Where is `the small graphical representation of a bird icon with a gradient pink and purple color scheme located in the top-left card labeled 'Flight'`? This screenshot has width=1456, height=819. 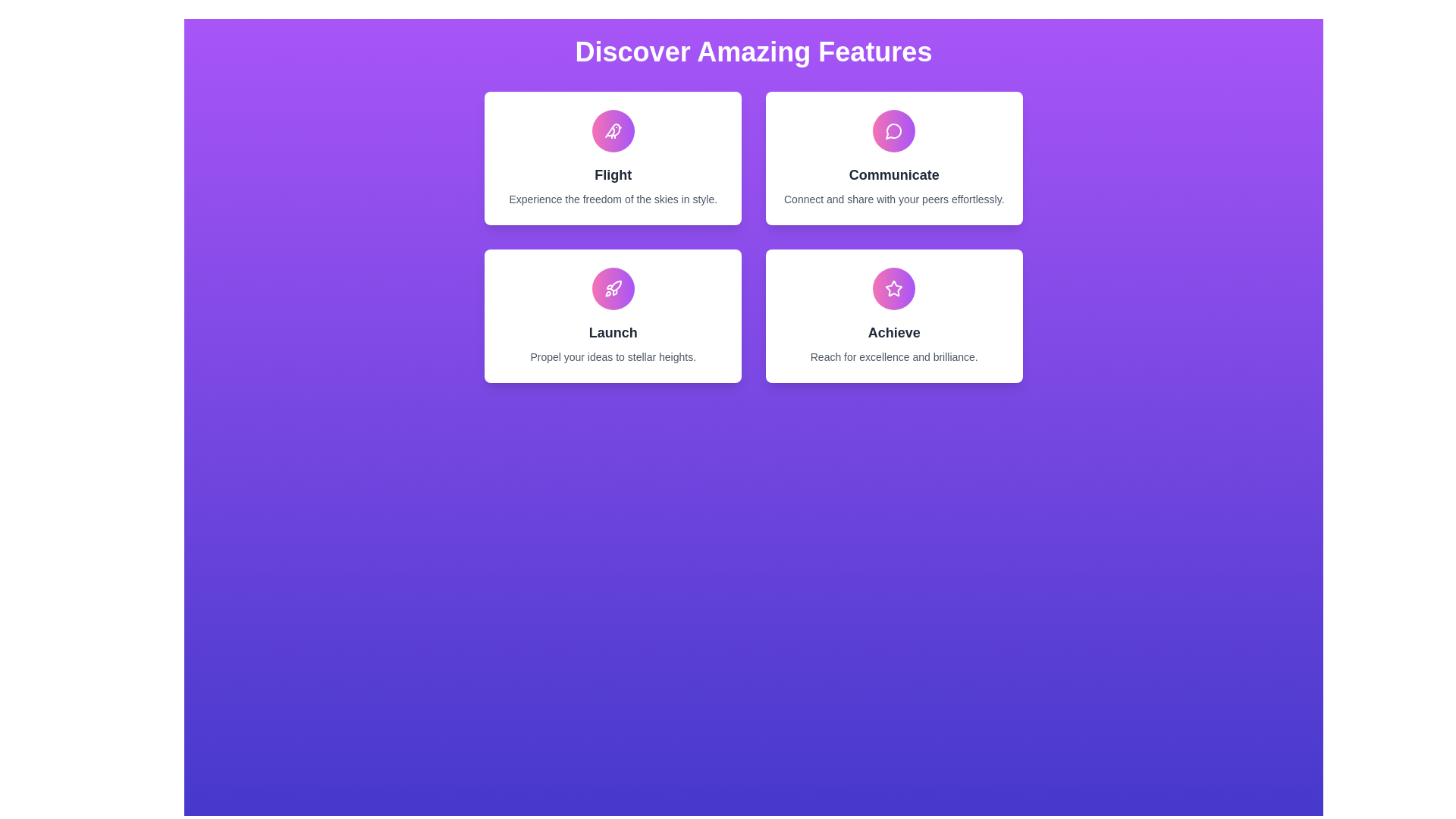
the small graphical representation of a bird icon with a gradient pink and purple color scheme located in the top-left card labeled 'Flight' is located at coordinates (612, 130).